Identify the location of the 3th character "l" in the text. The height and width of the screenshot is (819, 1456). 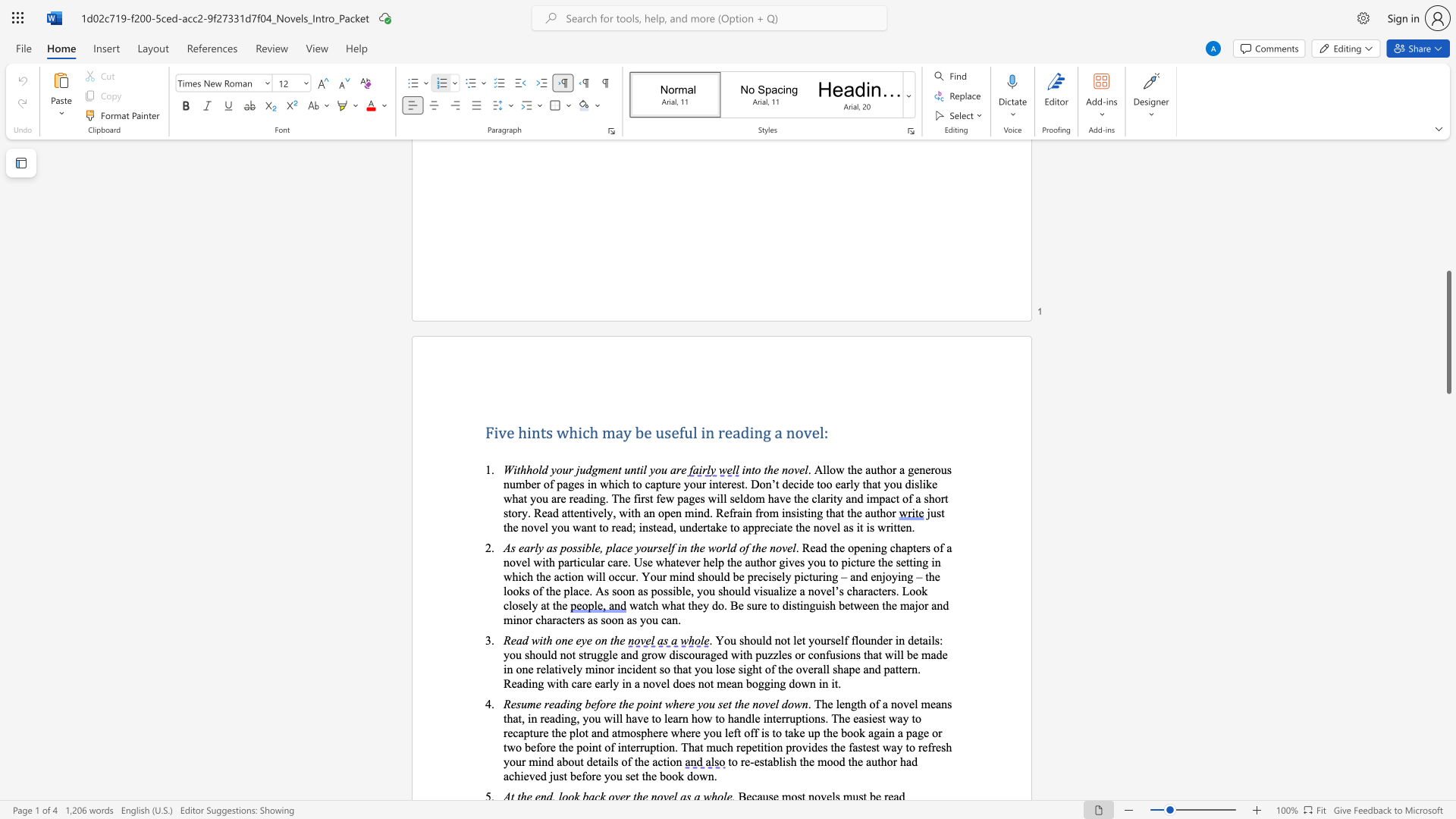
(613, 548).